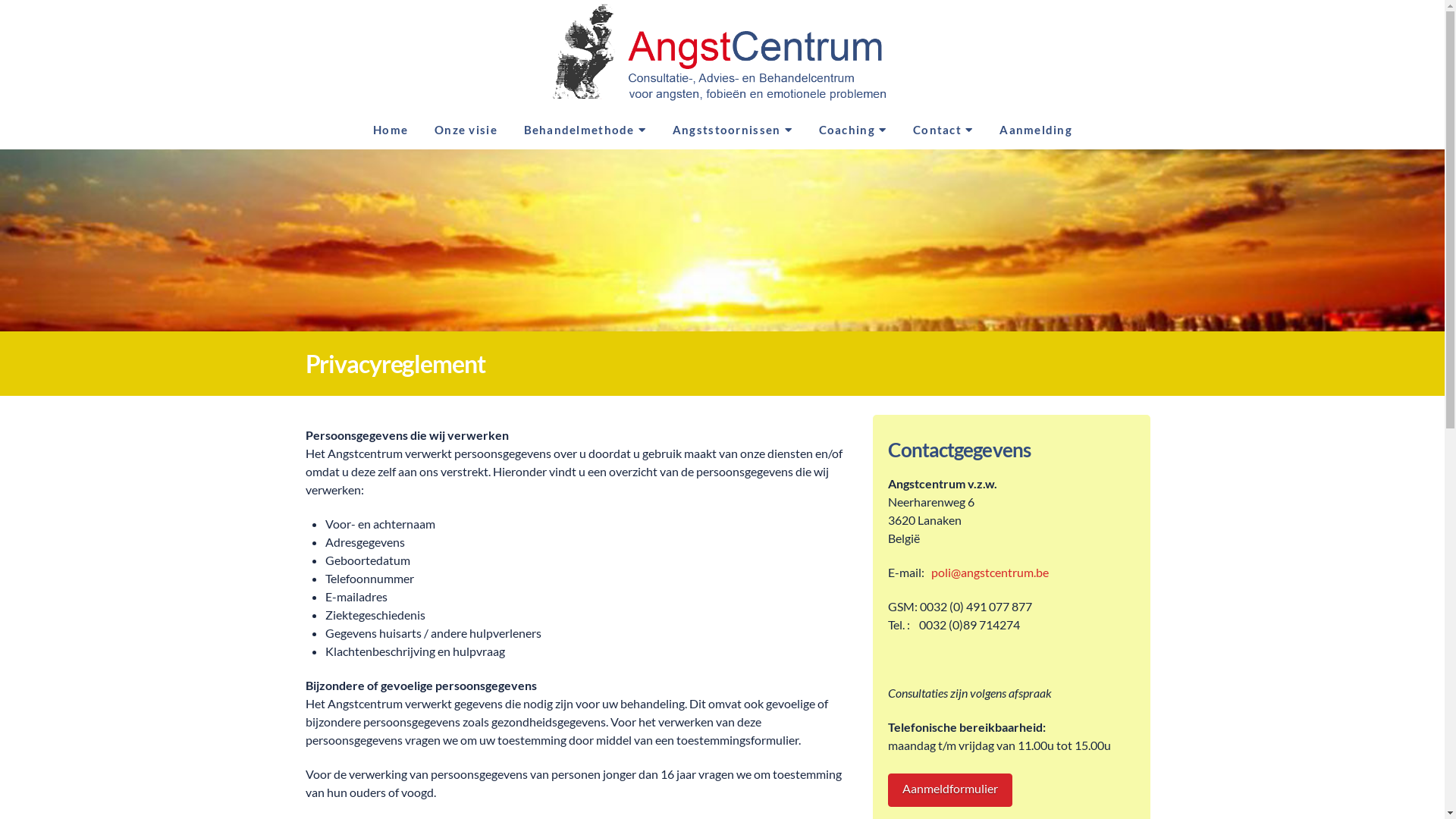 This screenshot has height=819, width=1456. What do you see at coordinates (359, 131) in the screenshot?
I see `'Home'` at bounding box center [359, 131].